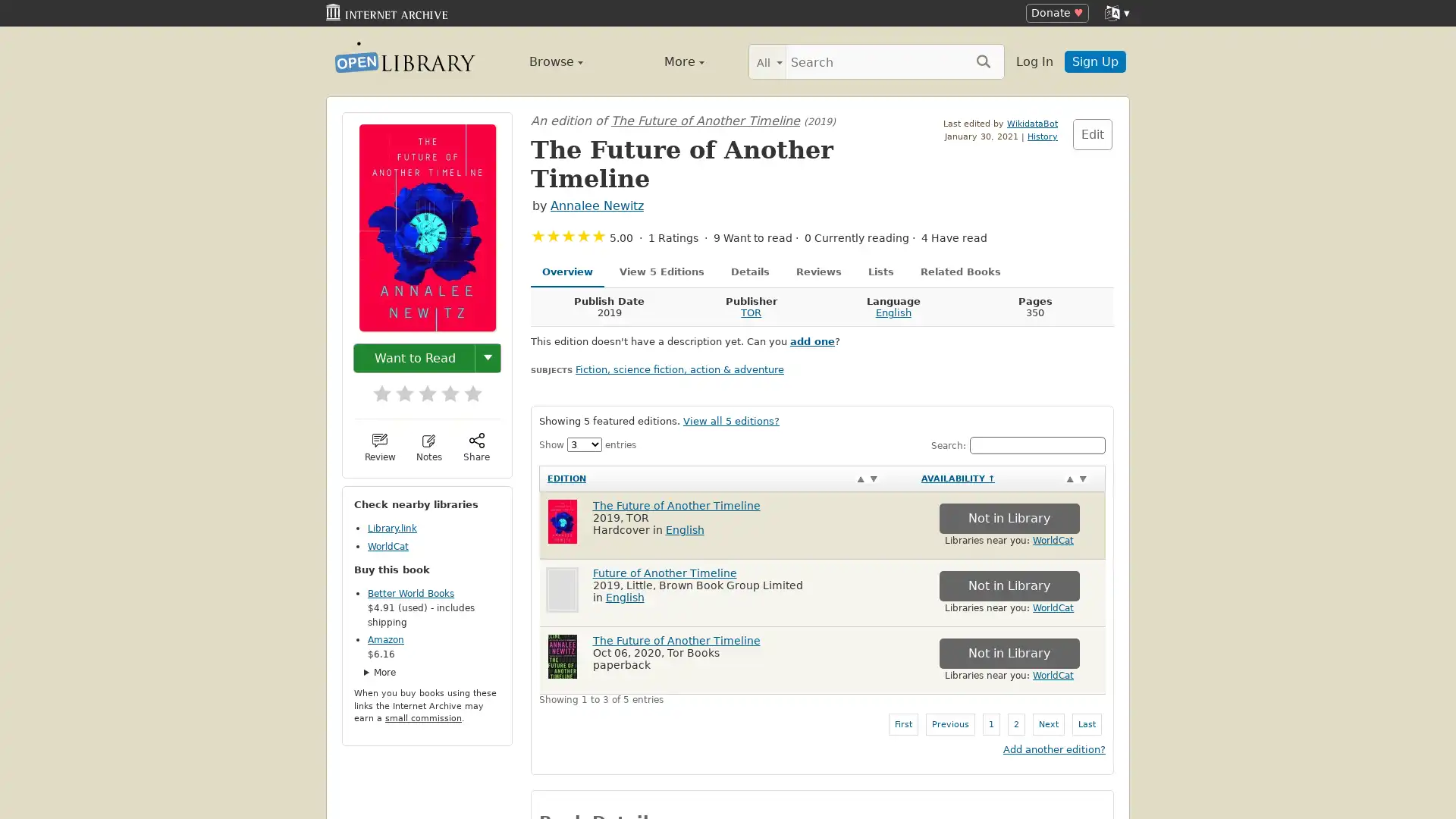 This screenshot has width=1456, height=819. I want to click on Want to Read, so click(415, 357).